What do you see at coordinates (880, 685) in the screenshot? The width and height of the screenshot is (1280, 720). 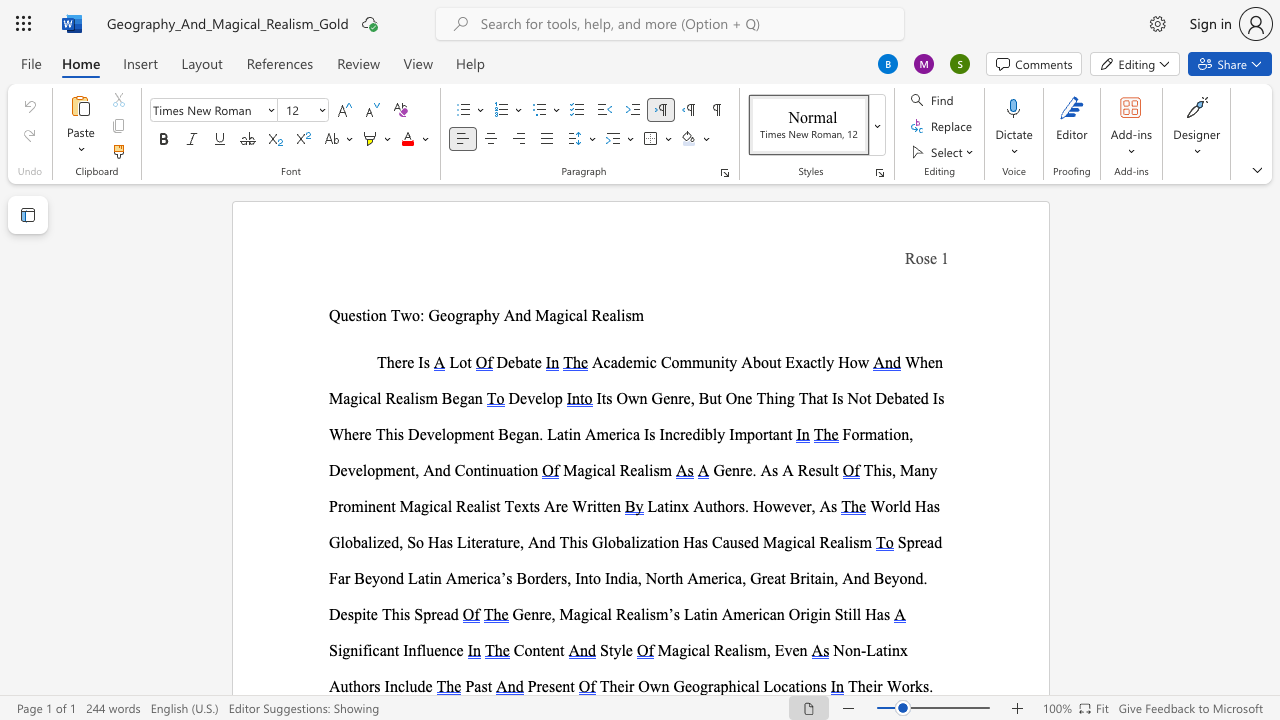 I see `the 1th character "r" in the text` at bounding box center [880, 685].